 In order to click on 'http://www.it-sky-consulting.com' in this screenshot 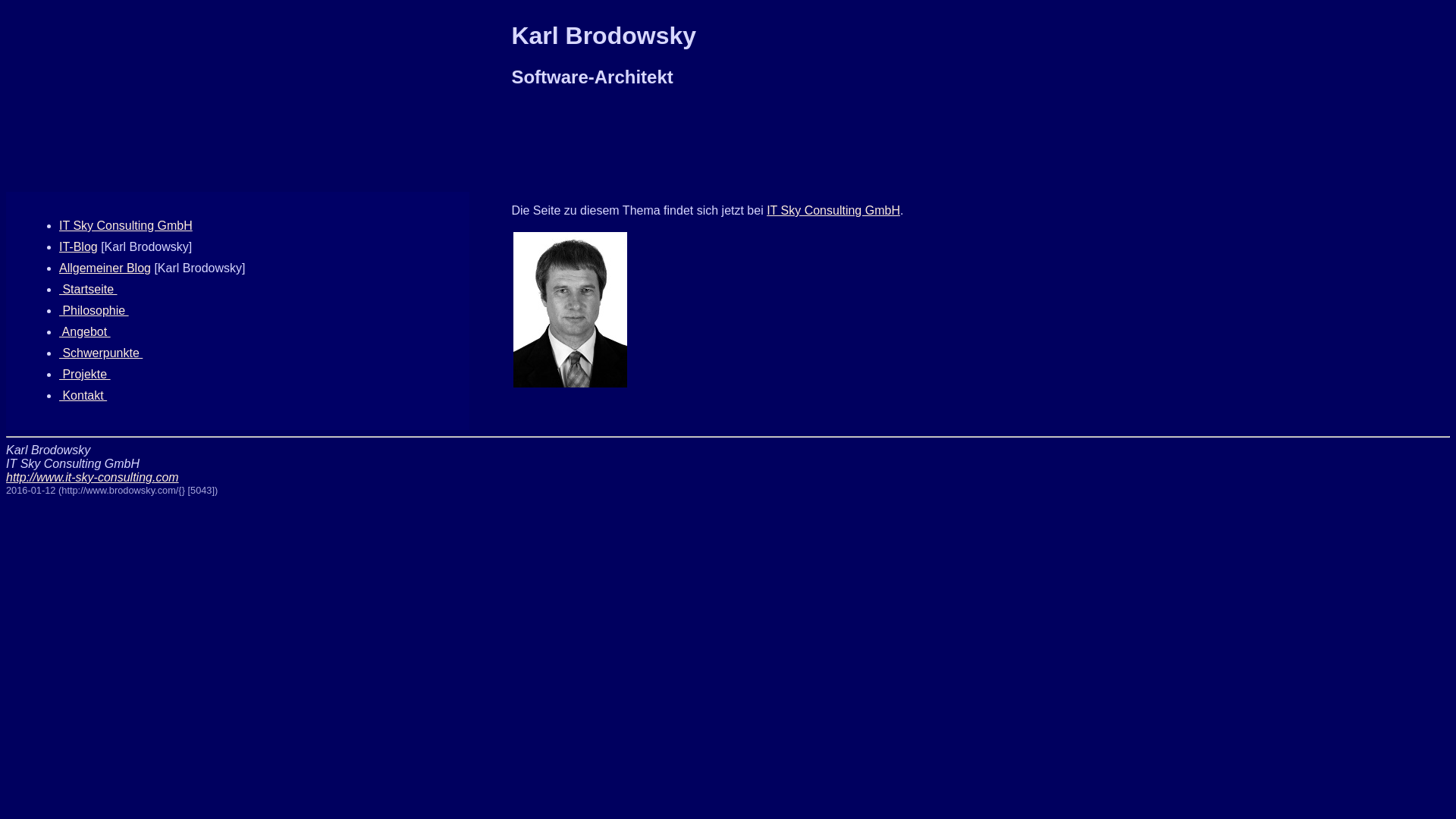, I will do `click(91, 476)`.